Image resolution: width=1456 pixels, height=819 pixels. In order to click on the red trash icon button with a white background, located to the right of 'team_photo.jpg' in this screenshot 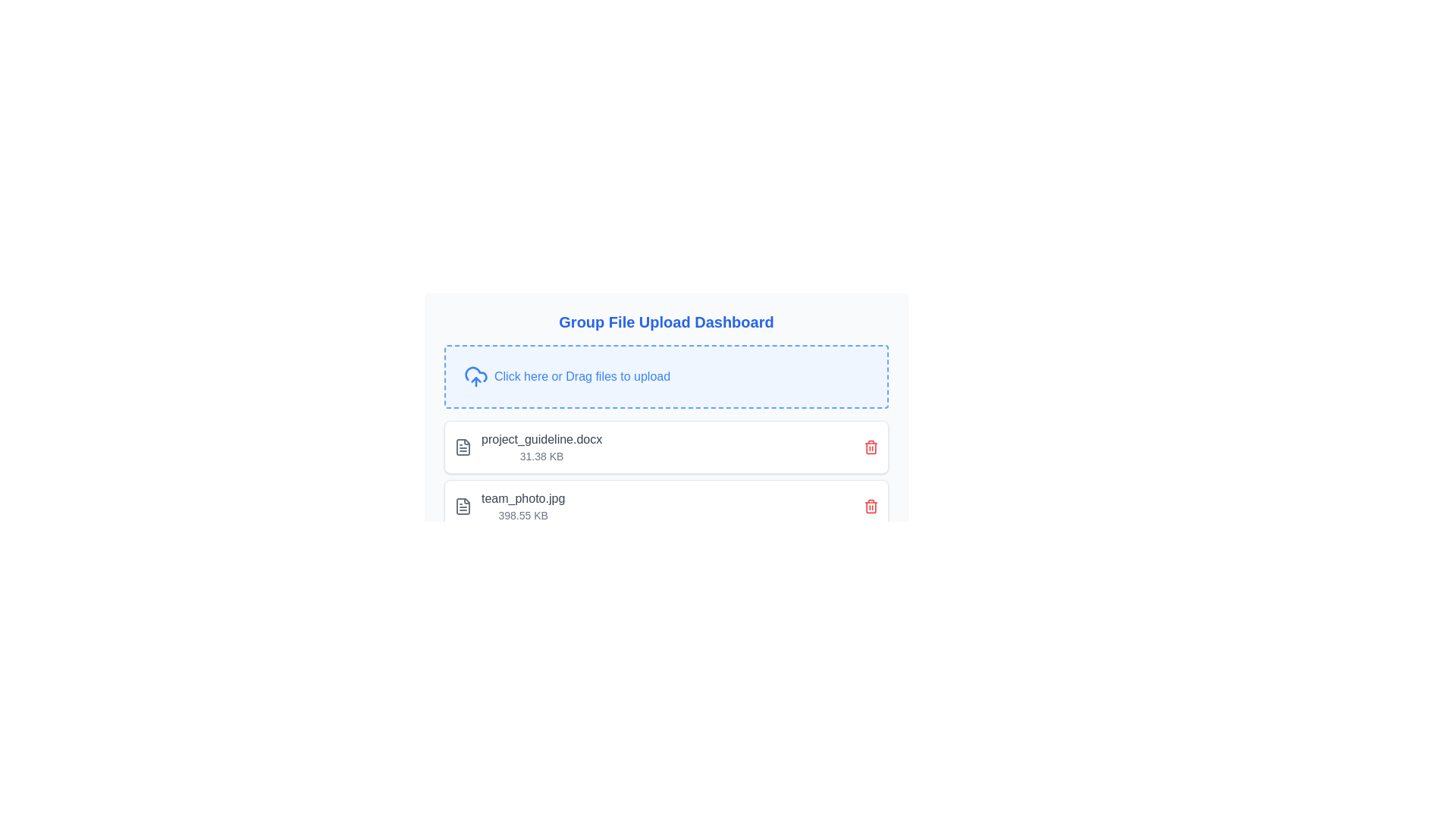, I will do `click(871, 506)`.